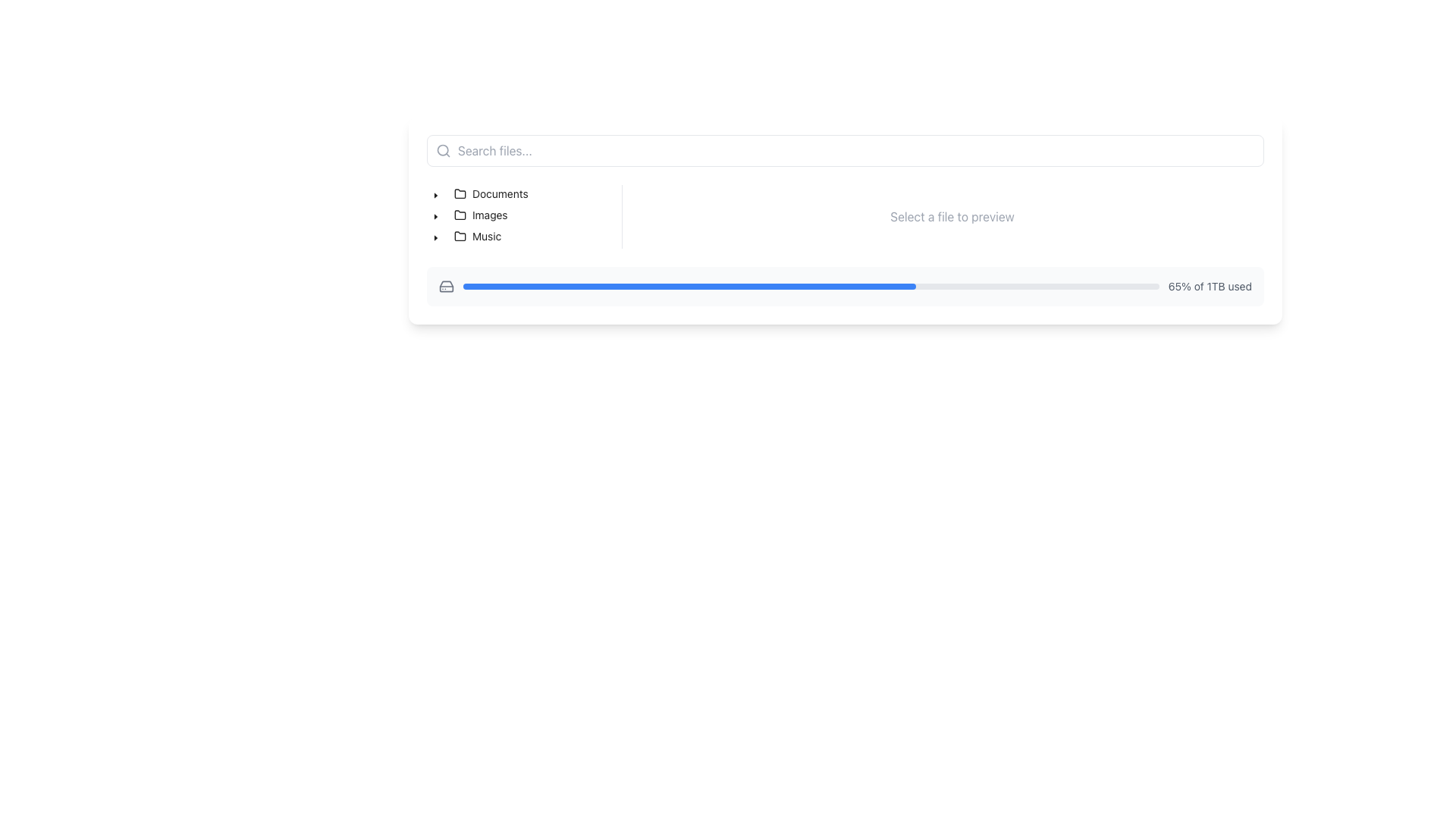 This screenshot has width=1456, height=819. Describe the element at coordinates (435, 237) in the screenshot. I see `the icon-based toggle button located to the left of the 'Music' folder label in the tree navigation layout` at that location.